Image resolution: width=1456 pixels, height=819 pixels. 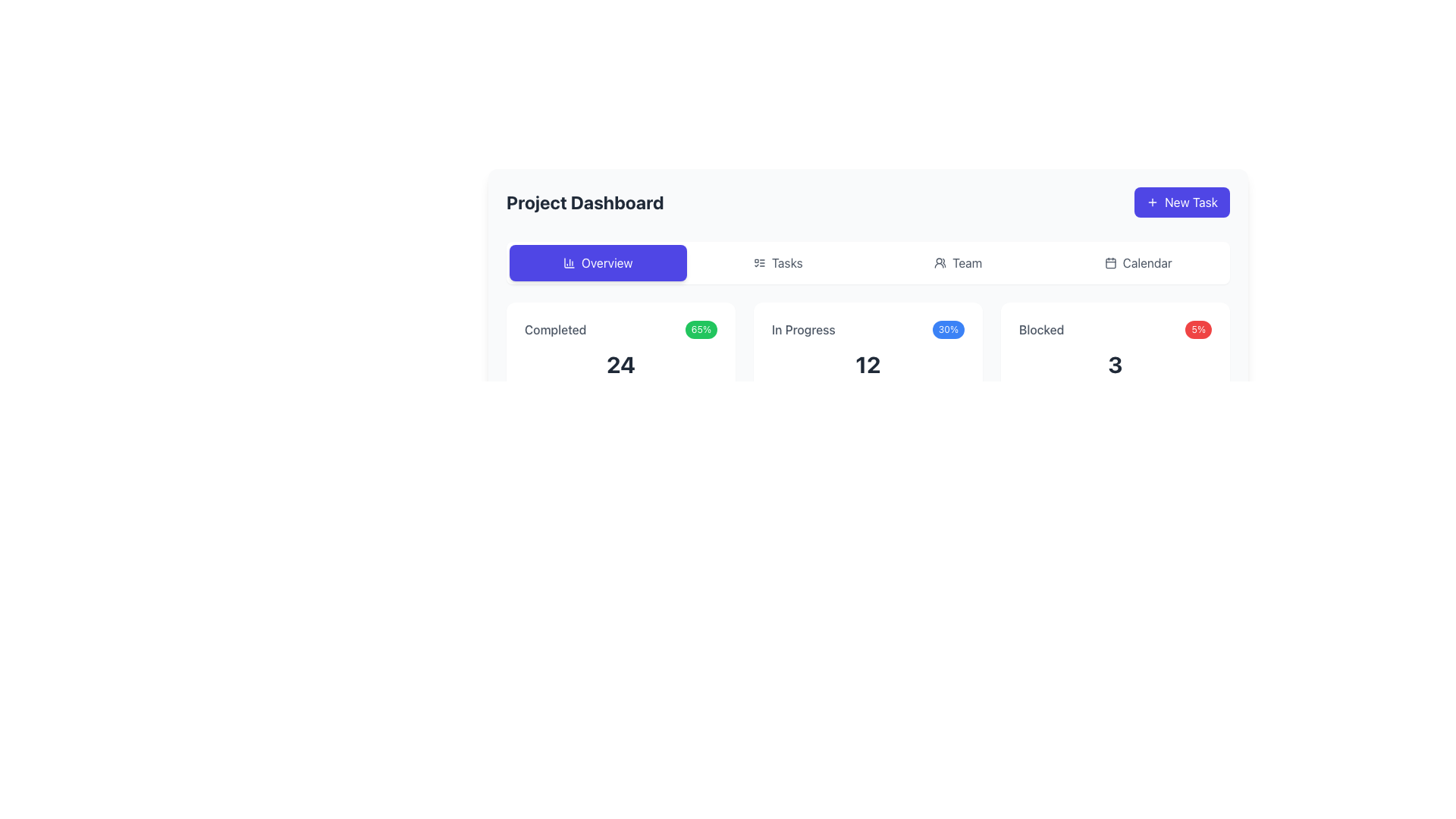 I want to click on the small rectangle graphical component within the icon located in the upper right section of the interface, aligned with the 'Calendar' tab, so click(x=1110, y=262).